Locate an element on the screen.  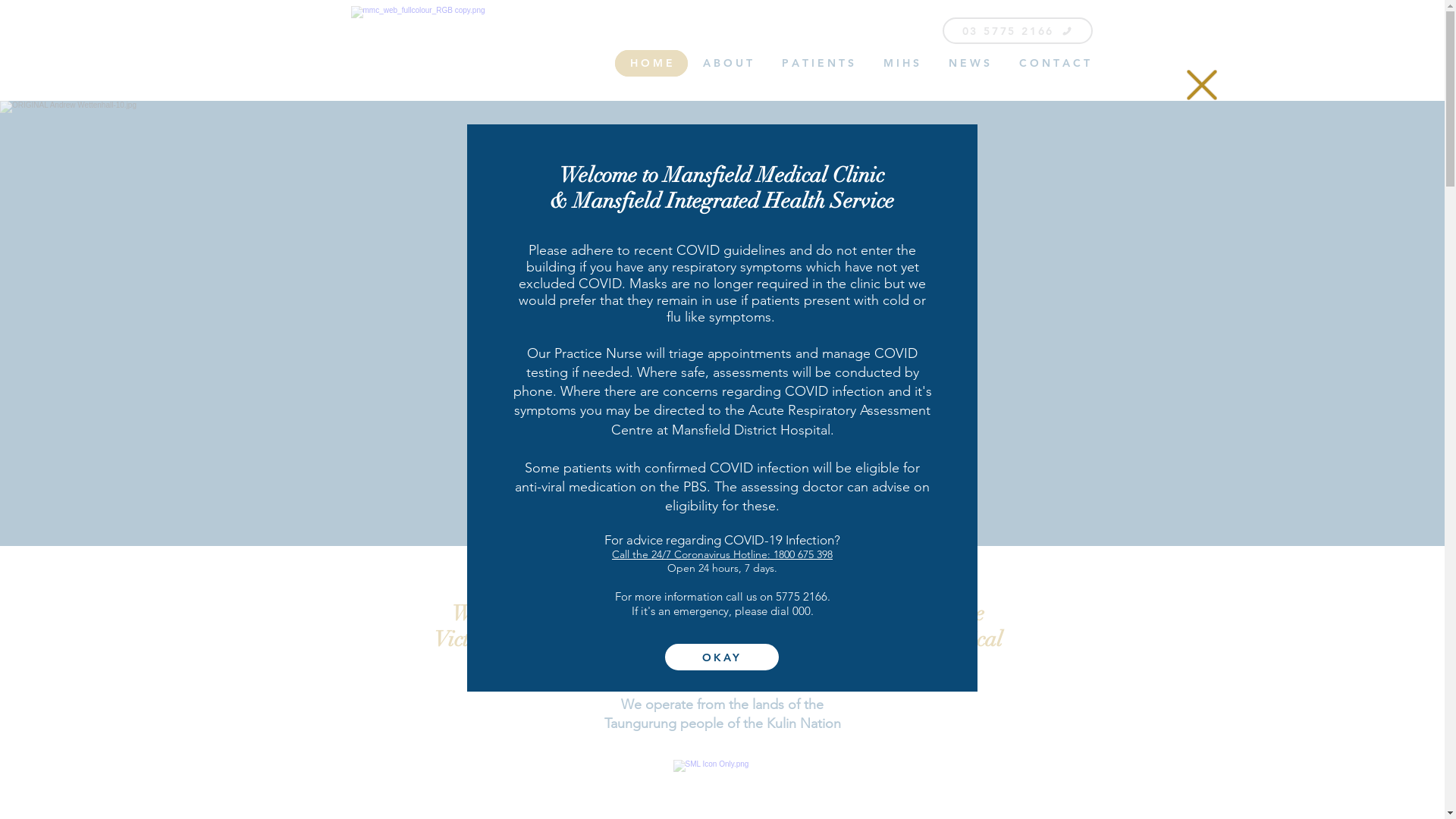
'C O N T A C T' is located at coordinates (1053, 62).